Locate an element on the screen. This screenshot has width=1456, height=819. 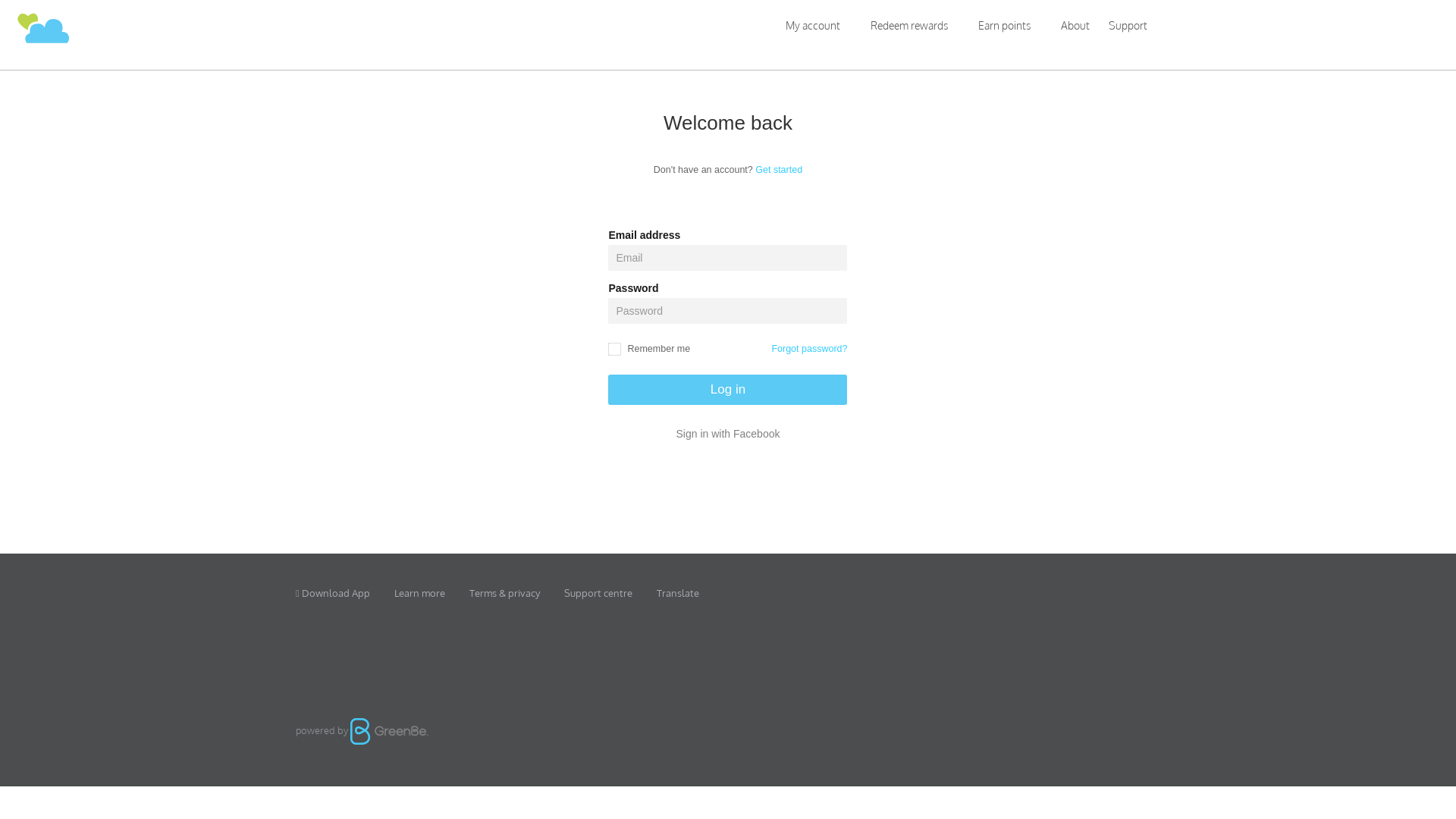
'Redeem rewards' is located at coordinates (855, 25).